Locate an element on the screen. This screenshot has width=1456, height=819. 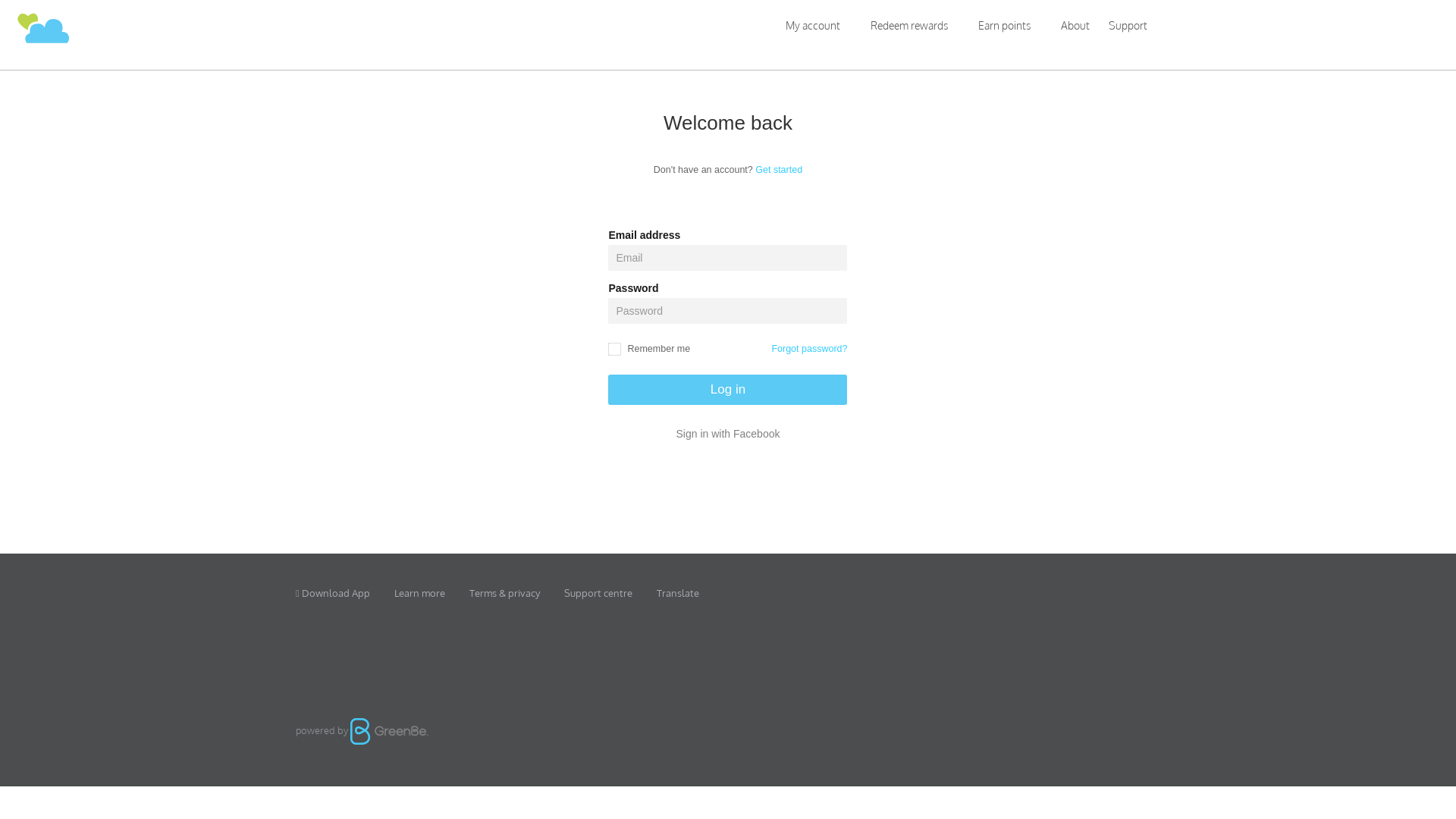
'Redeem rewards' is located at coordinates (855, 25).